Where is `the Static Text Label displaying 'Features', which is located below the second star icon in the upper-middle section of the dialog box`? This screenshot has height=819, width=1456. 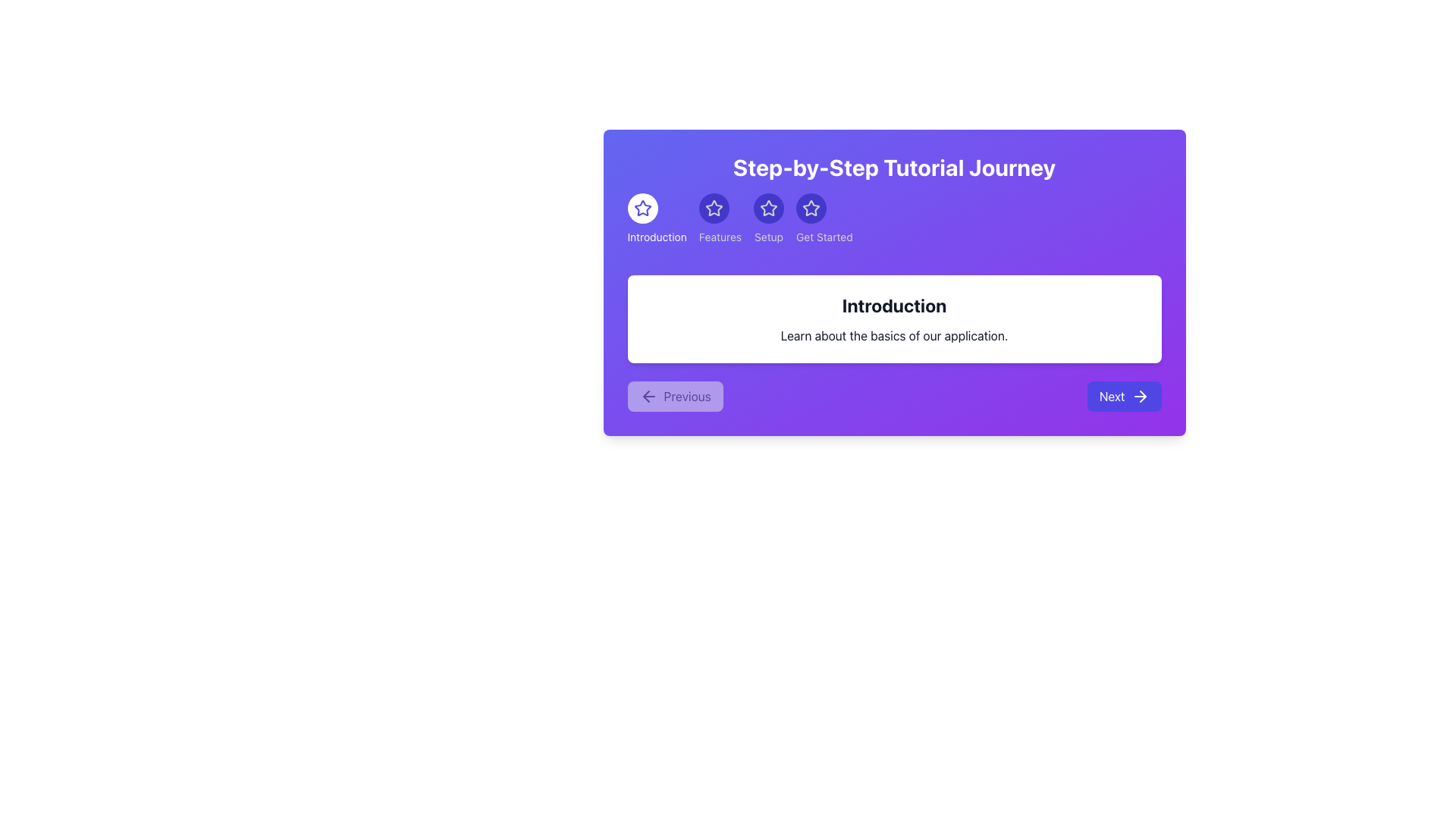
the Static Text Label displaying 'Features', which is located below the second star icon in the upper-middle section of the dialog box is located at coordinates (720, 237).